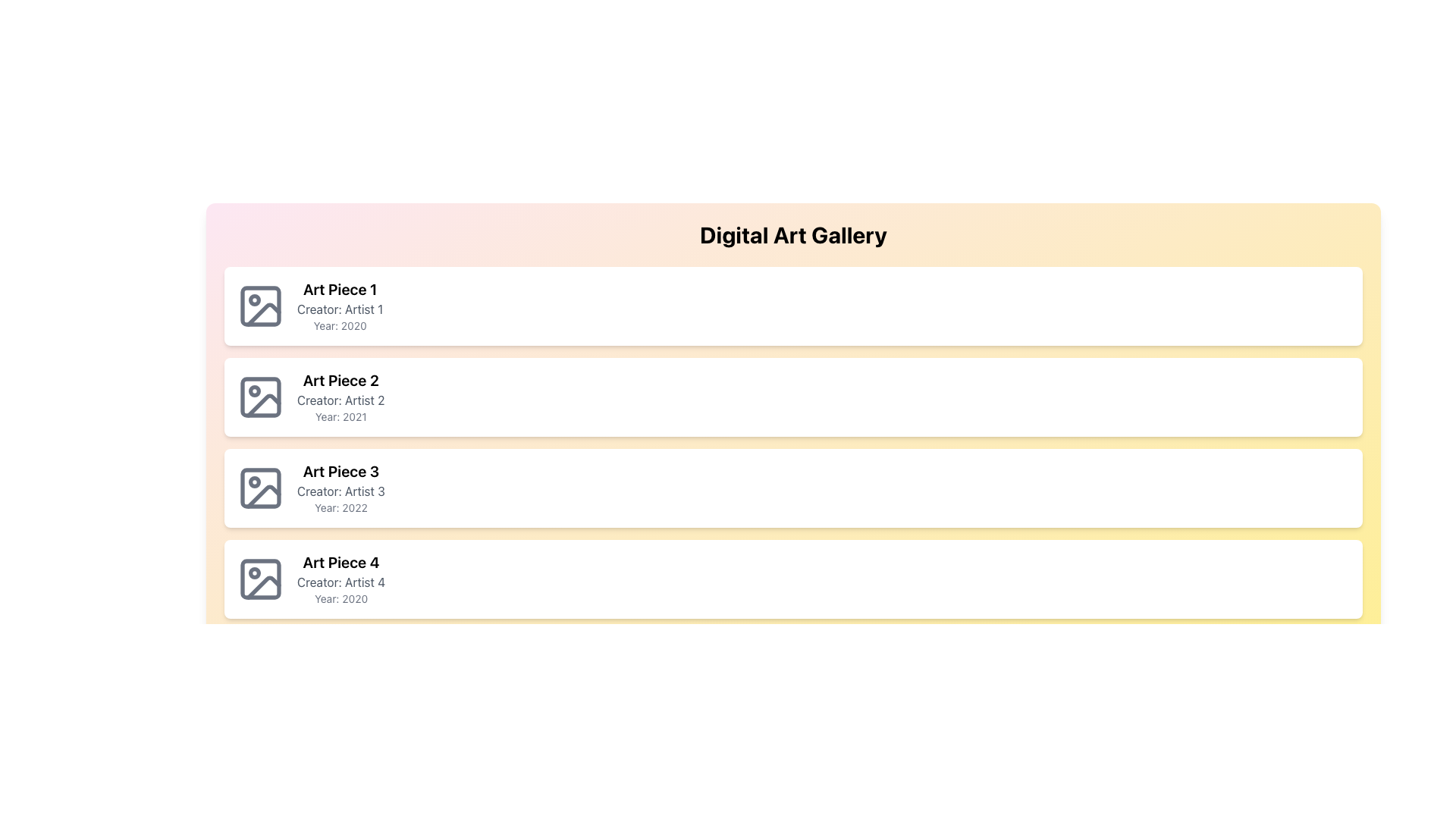 The height and width of the screenshot is (819, 1456). I want to click on the navigational button for proceeding to the next page in the pagination control, so click(1341, 742).